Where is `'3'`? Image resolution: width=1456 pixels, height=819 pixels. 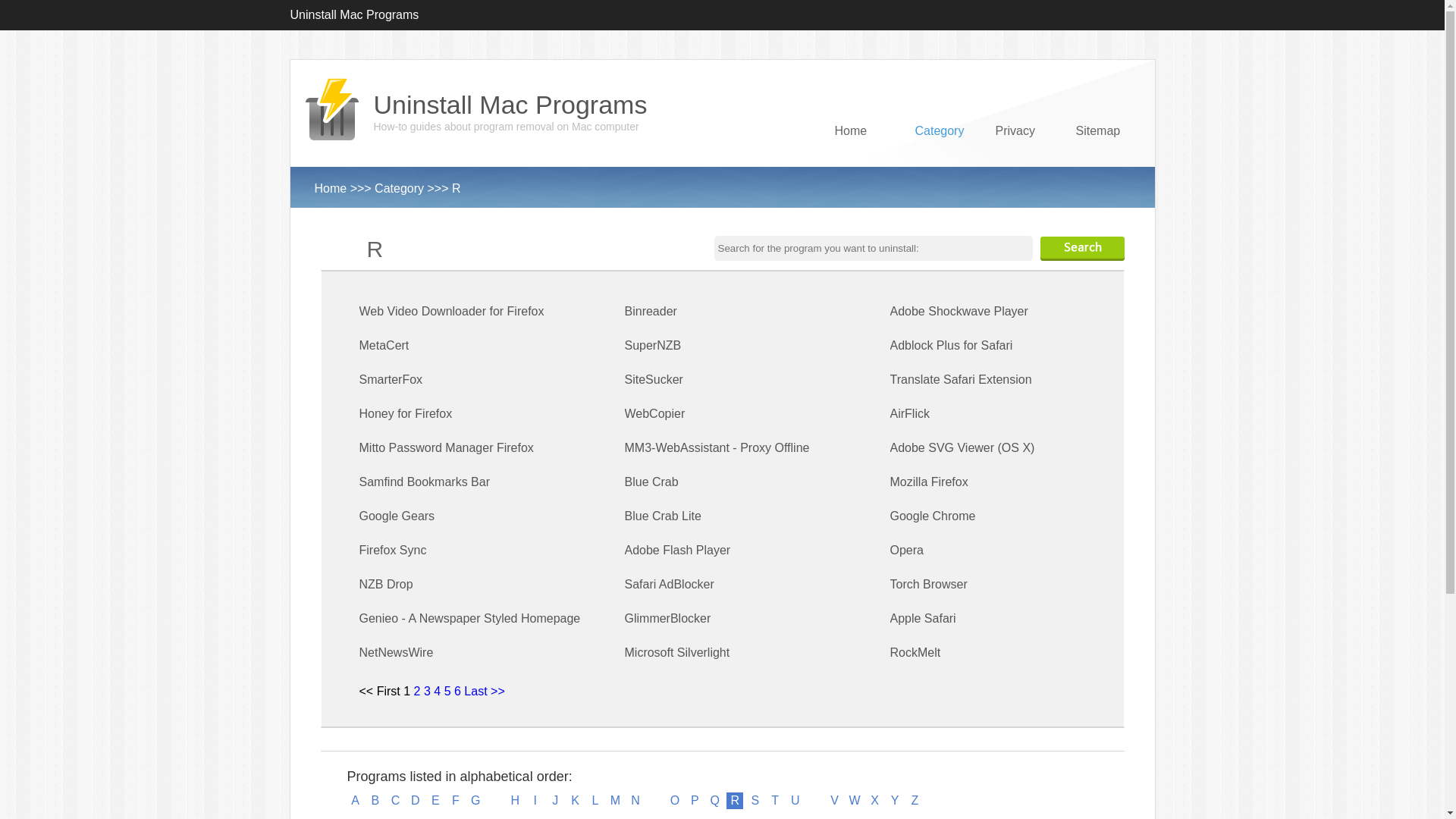 '3' is located at coordinates (423, 691).